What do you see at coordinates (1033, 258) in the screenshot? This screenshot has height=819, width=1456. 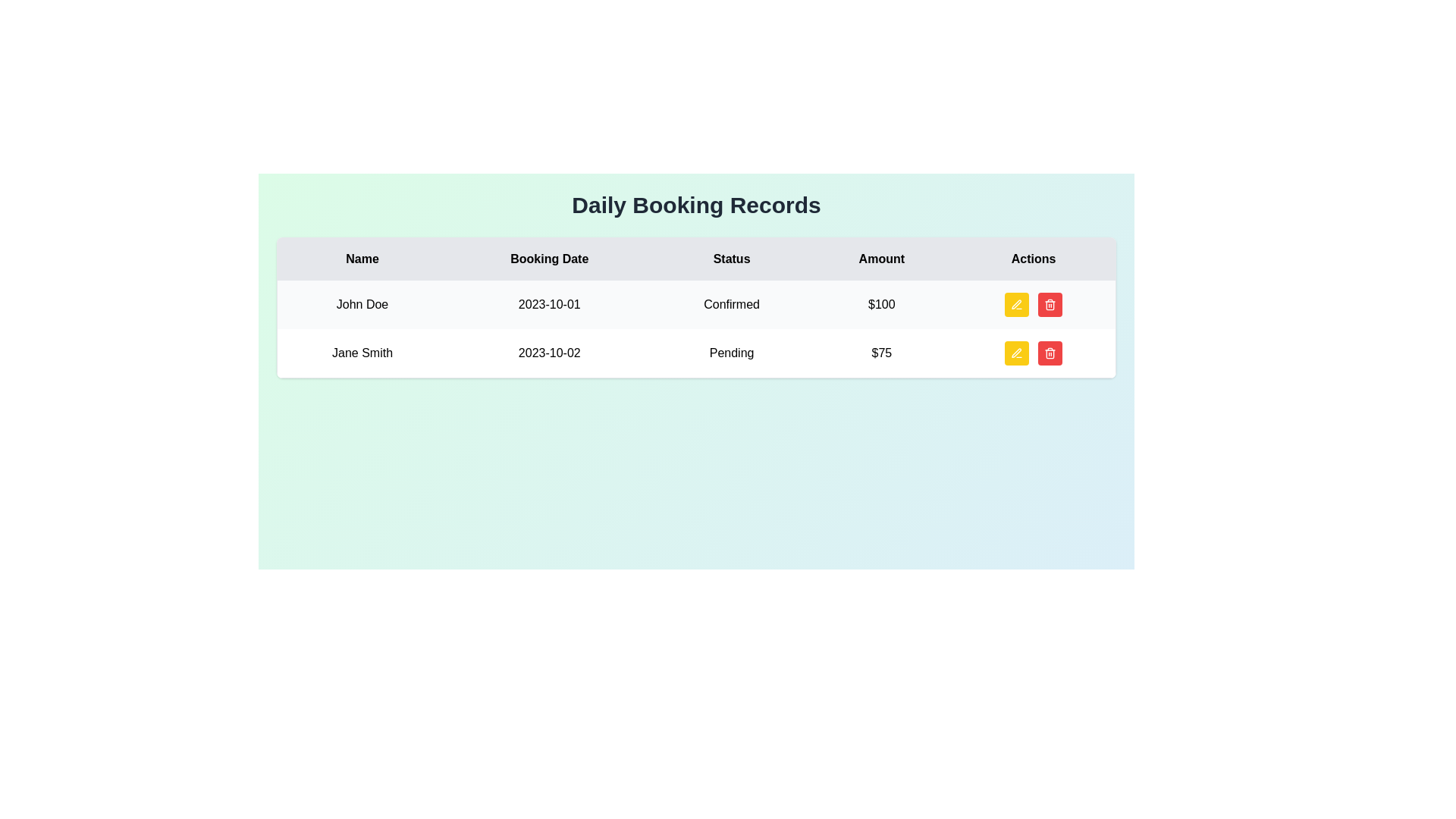 I see `the text label with bold black text 'Actions' in the last cell of the header row of the table` at bounding box center [1033, 258].